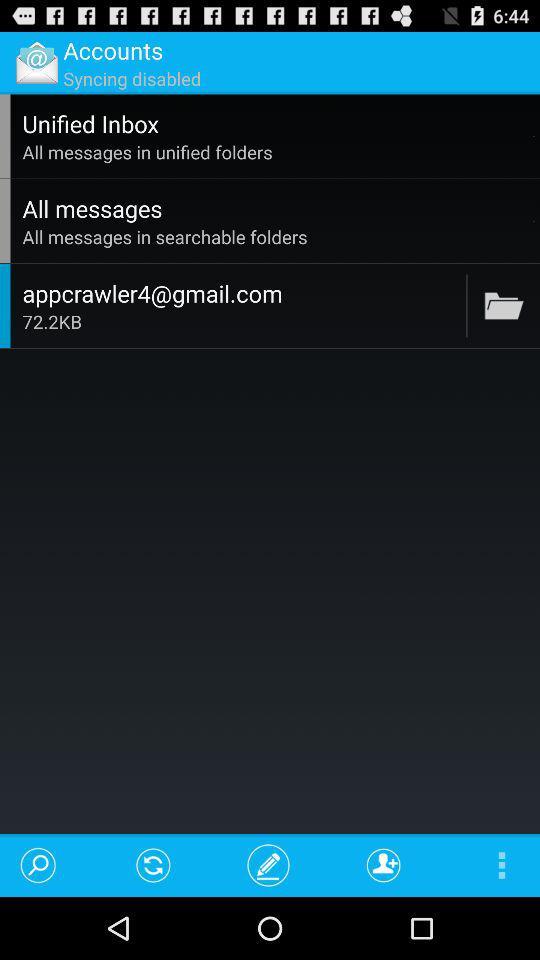 The width and height of the screenshot is (540, 960). What do you see at coordinates (534, 221) in the screenshot?
I see `the icon to the right of all messages app` at bounding box center [534, 221].